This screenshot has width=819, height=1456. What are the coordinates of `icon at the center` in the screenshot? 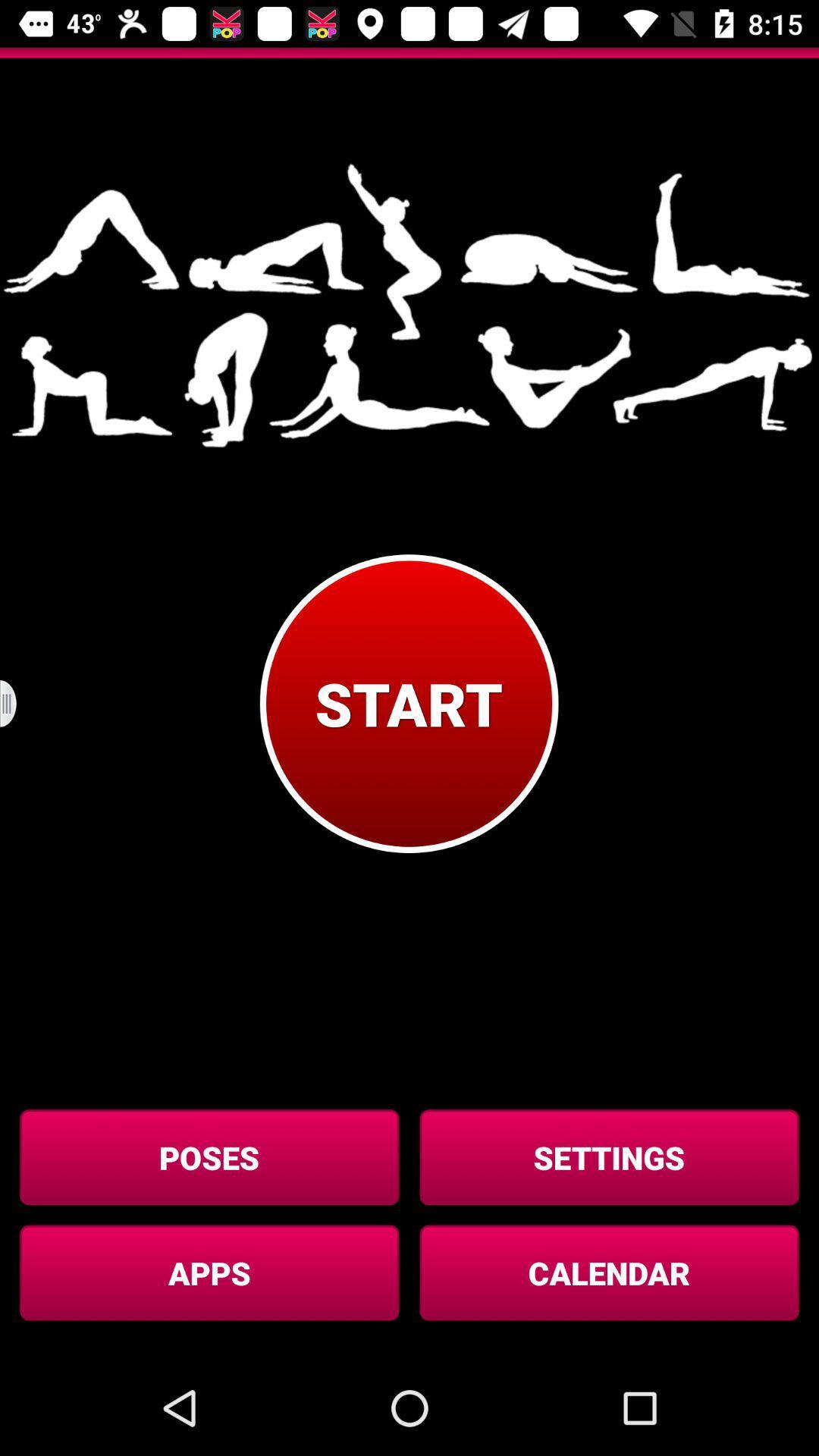 It's located at (408, 703).